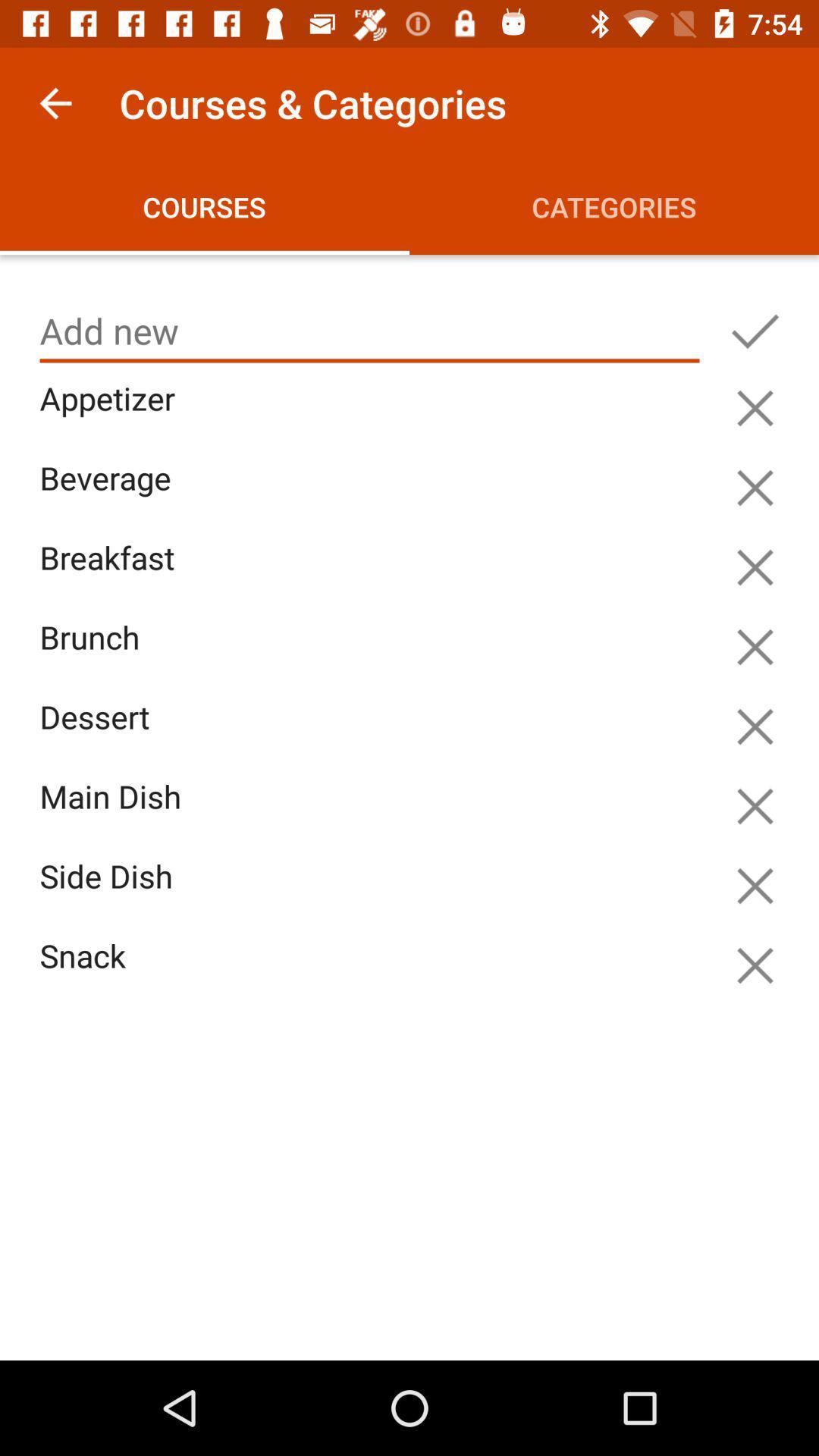  Describe the element at coordinates (755, 647) in the screenshot. I see `hide this item` at that location.